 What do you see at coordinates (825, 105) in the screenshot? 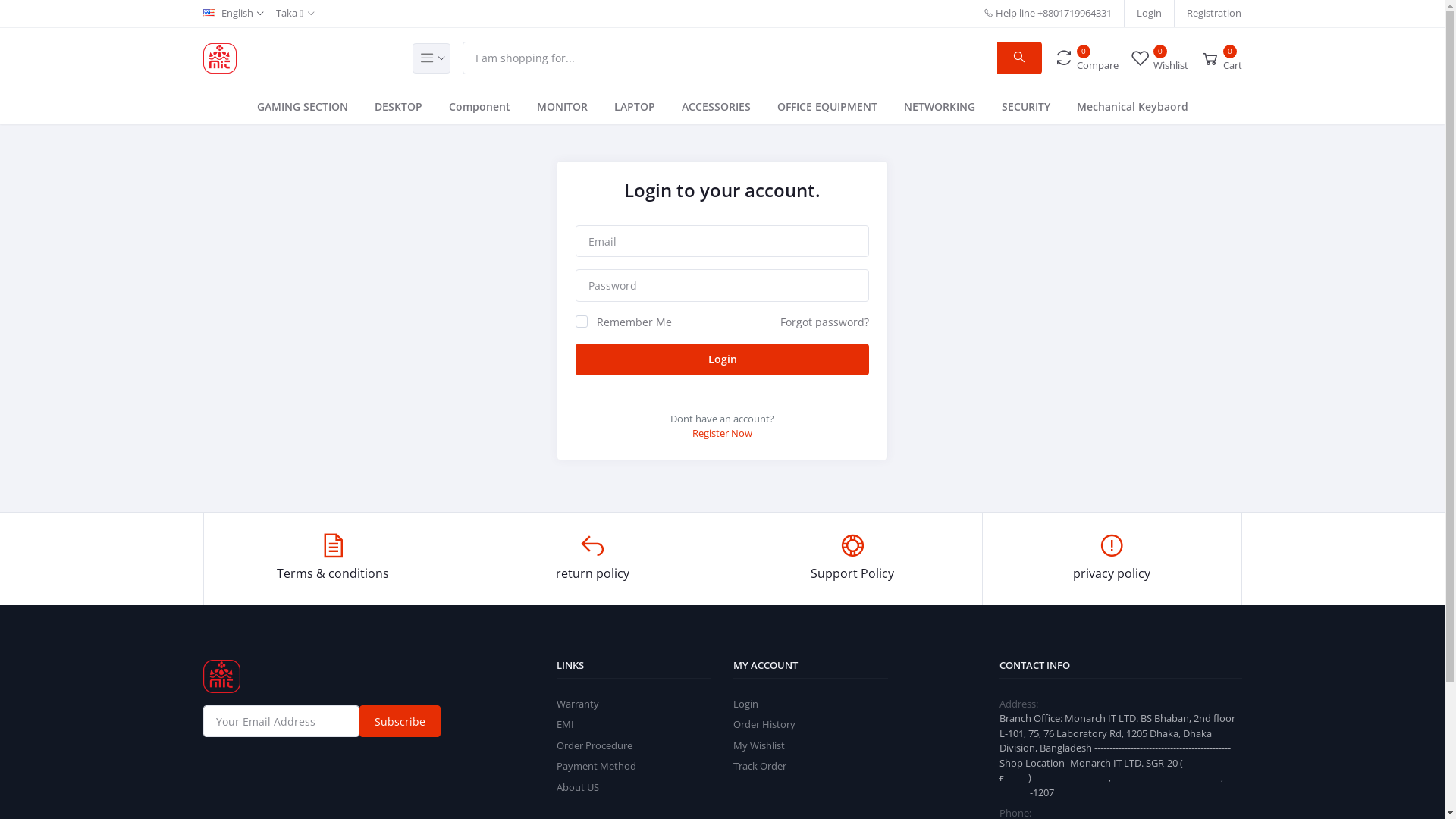
I see `'OFFICE EQUIPMENT'` at bounding box center [825, 105].